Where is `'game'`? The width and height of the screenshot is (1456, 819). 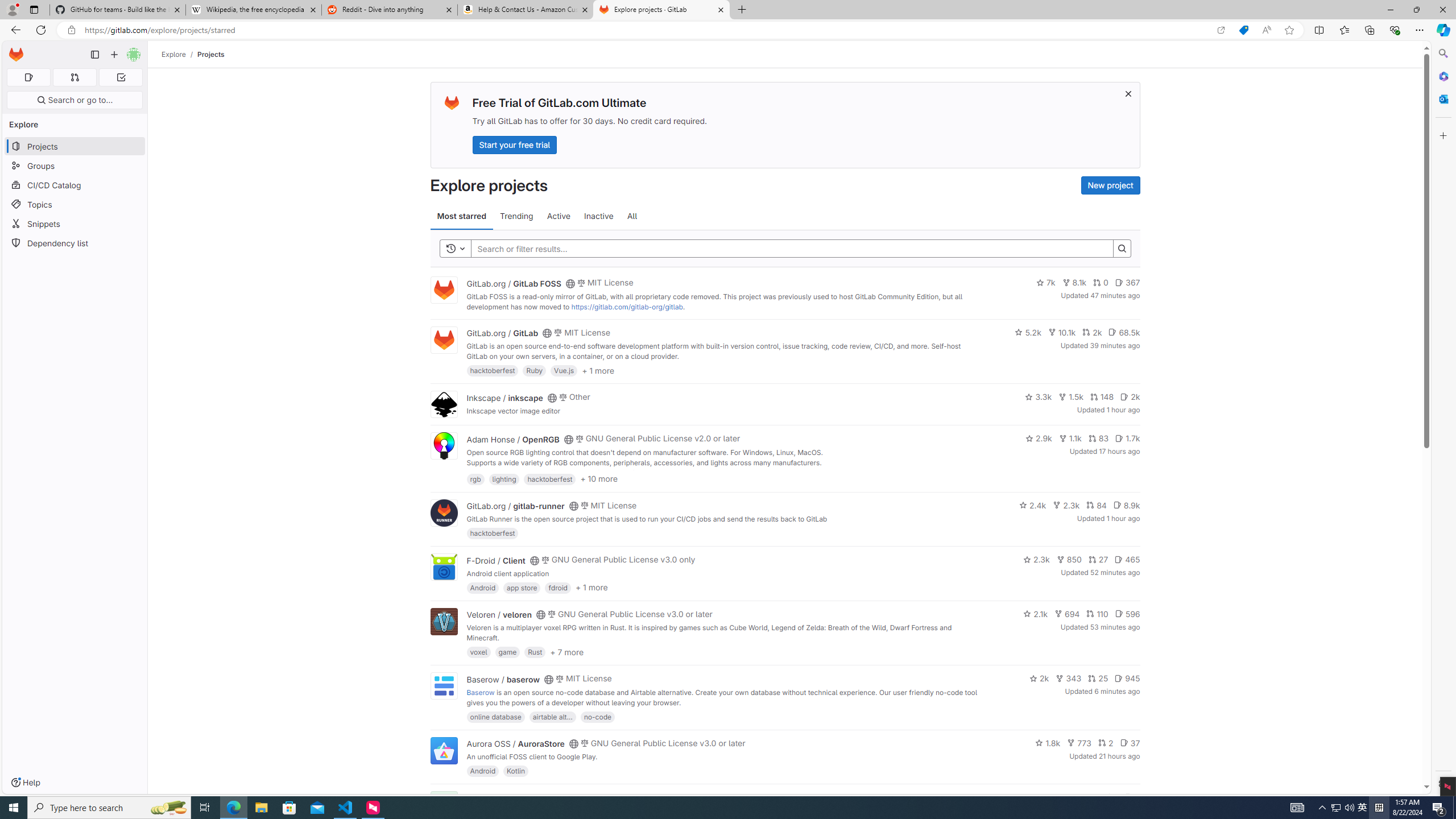 'game' is located at coordinates (507, 651).